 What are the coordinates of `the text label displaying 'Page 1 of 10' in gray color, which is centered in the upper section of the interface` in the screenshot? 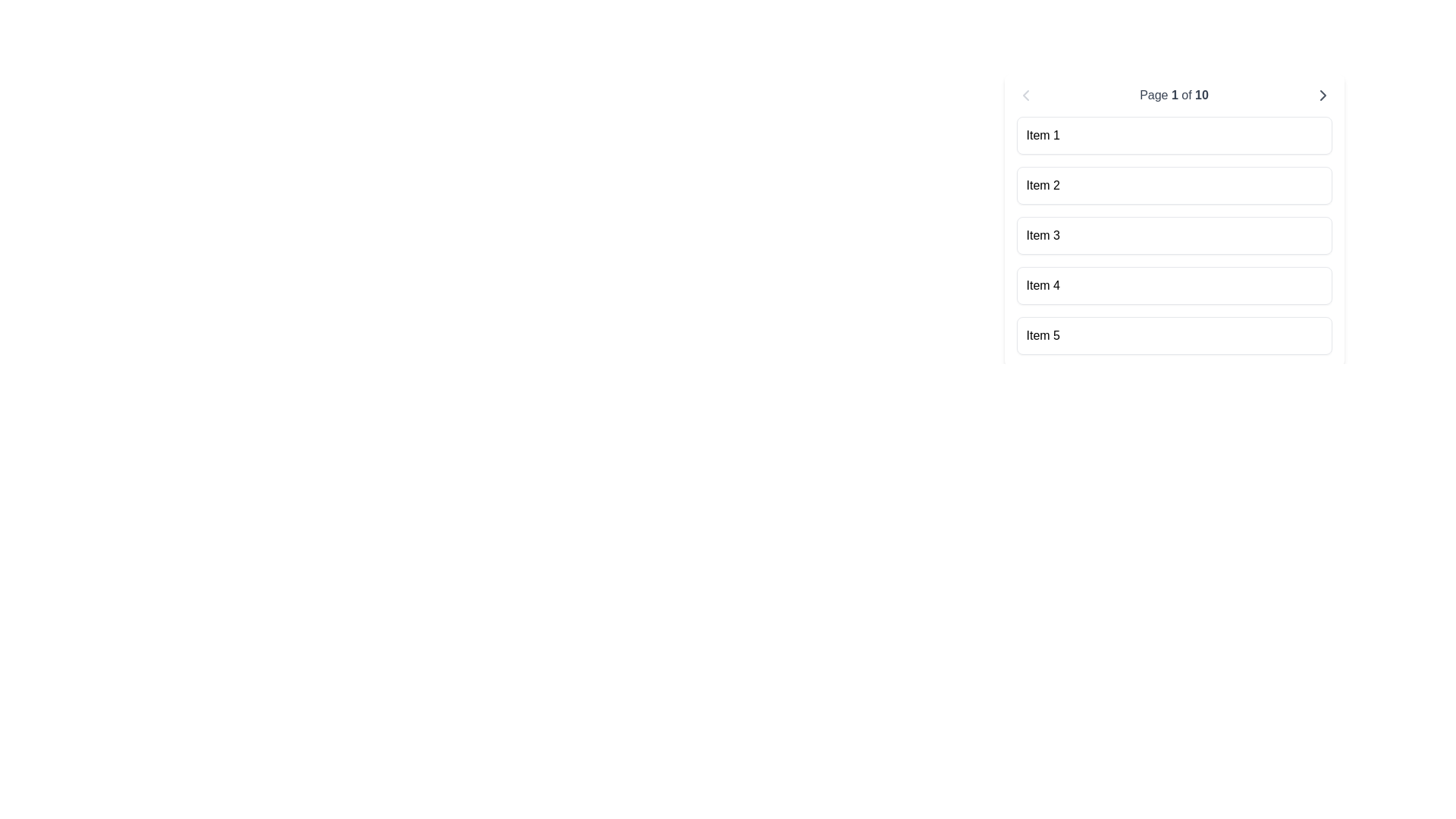 It's located at (1173, 96).